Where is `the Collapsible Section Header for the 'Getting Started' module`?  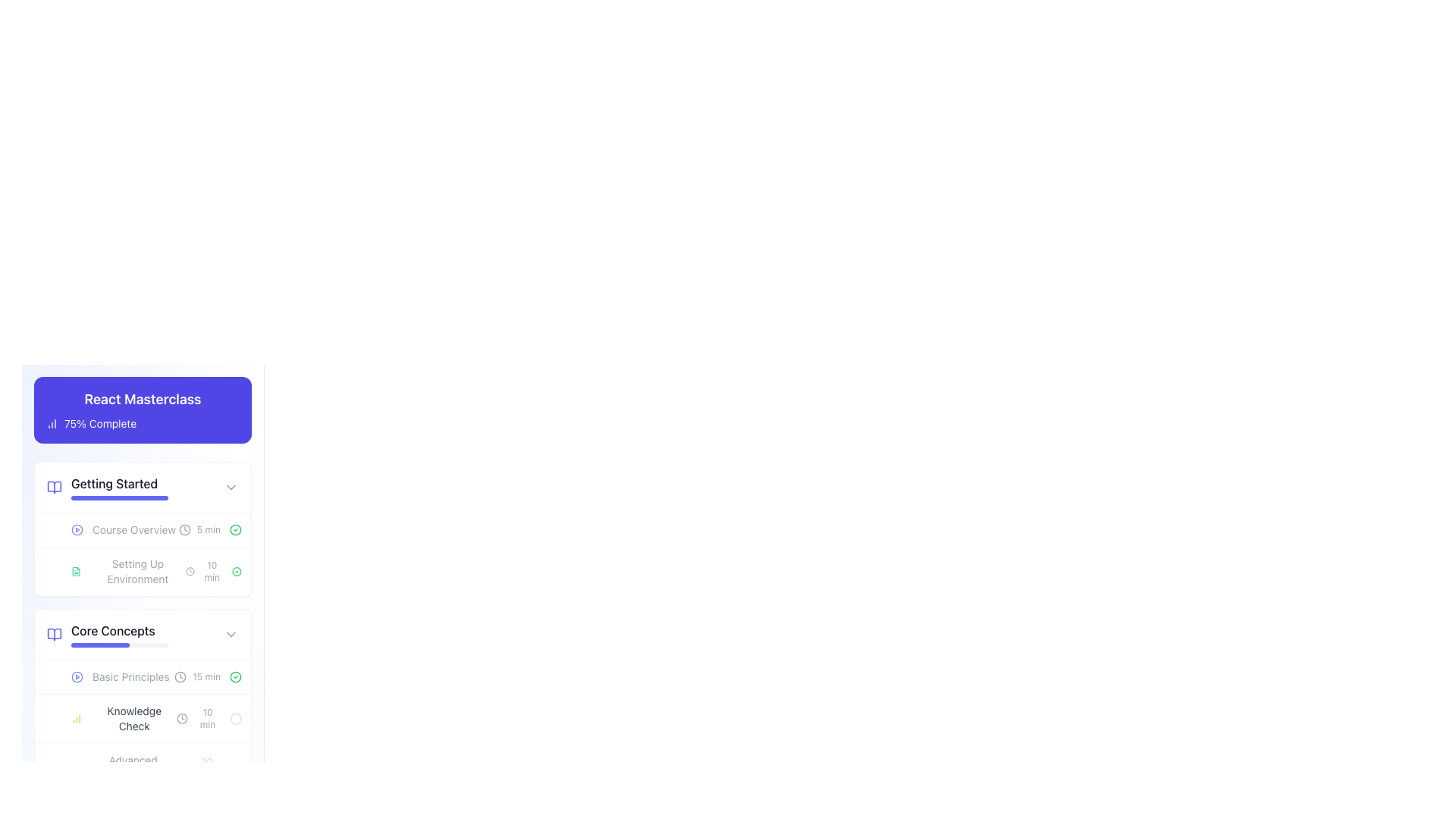
the Collapsible Section Header for the 'Getting Started' module is located at coordinates (143, 488).